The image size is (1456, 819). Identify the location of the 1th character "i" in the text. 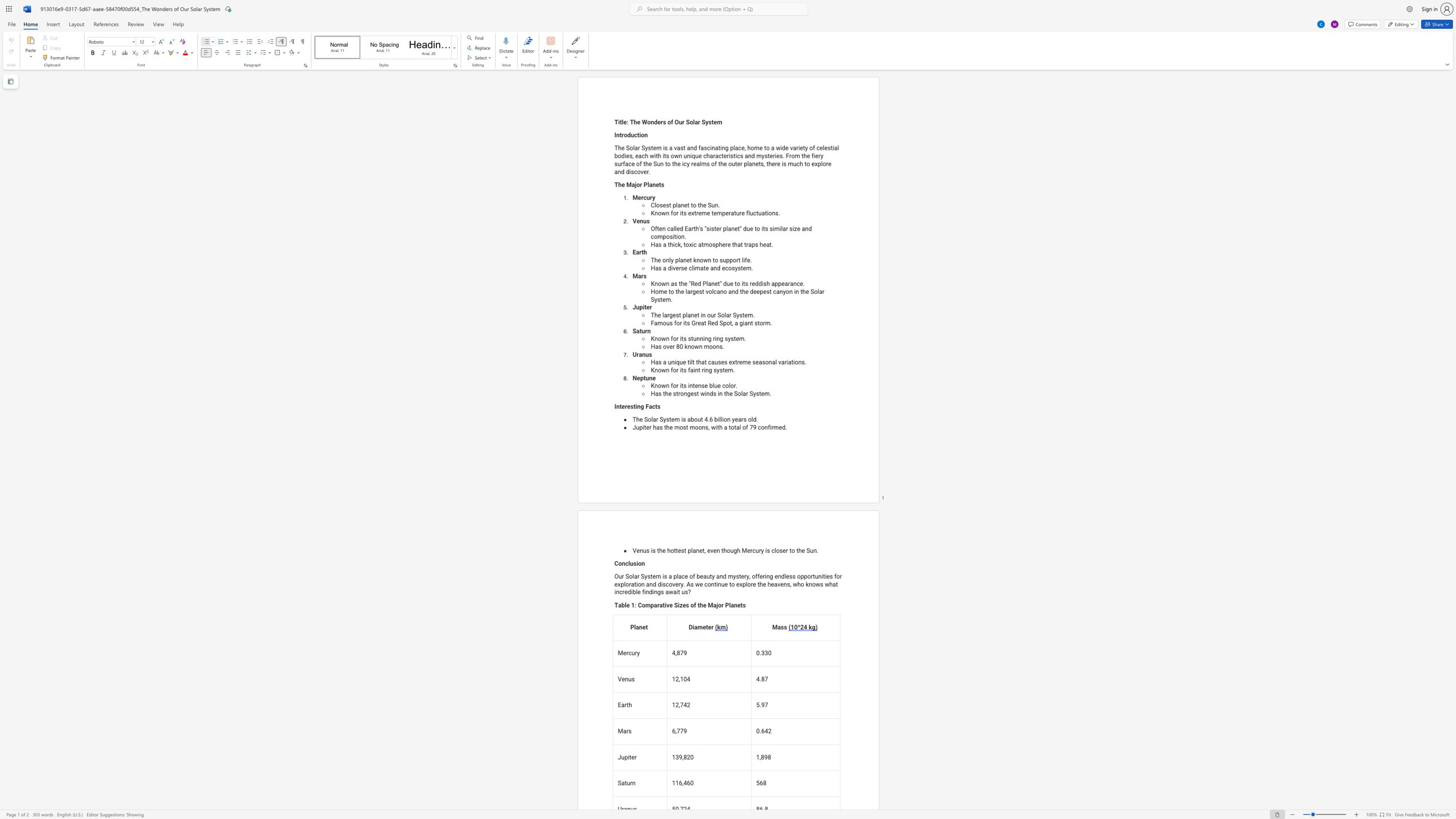
(636, 406).